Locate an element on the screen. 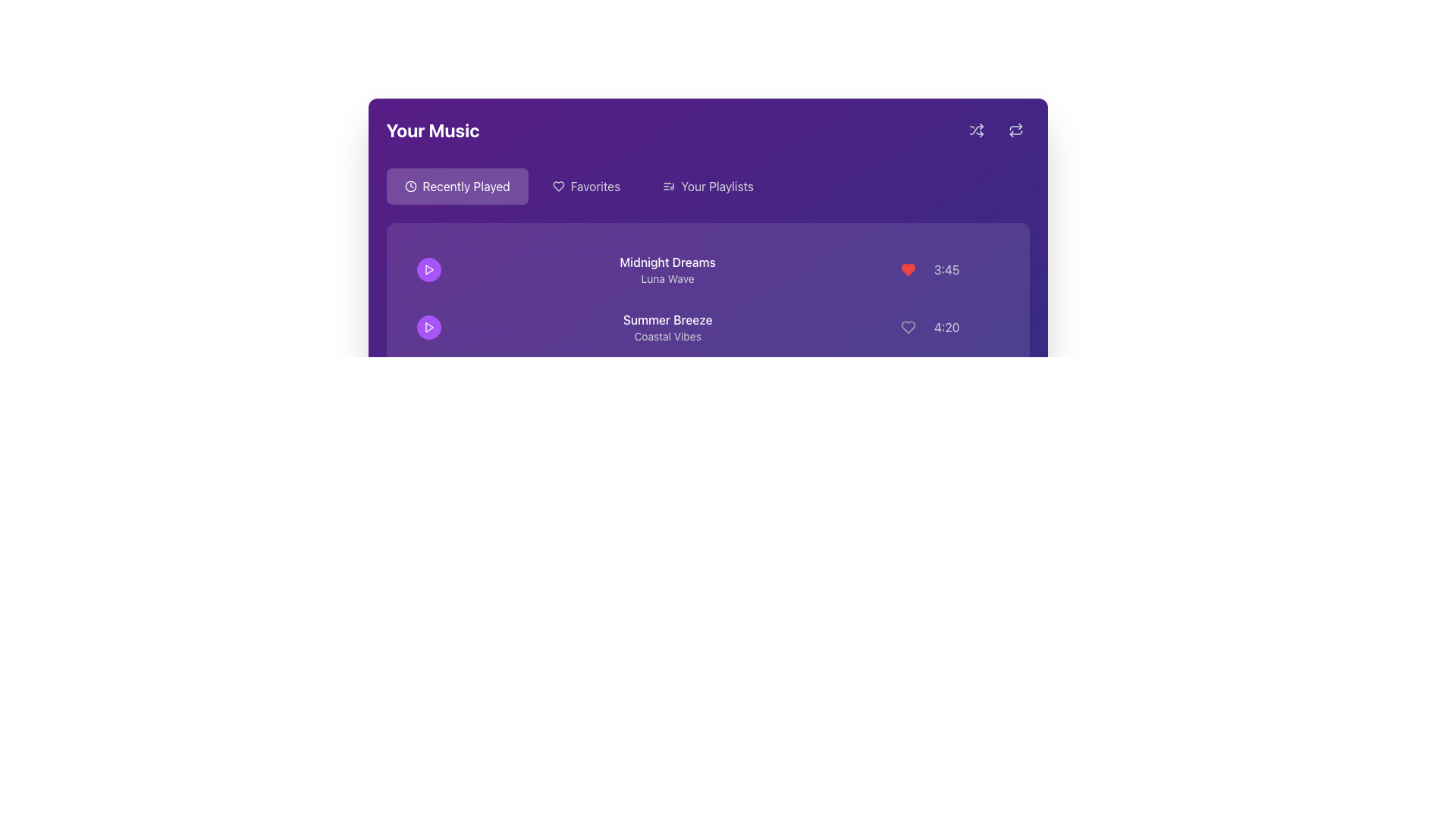  the subtitle text/label providing additional context about the 'Summer Breeze' track, which is positioned beneath the 'Summer Breeze' title is located at coordinates (667, 335).